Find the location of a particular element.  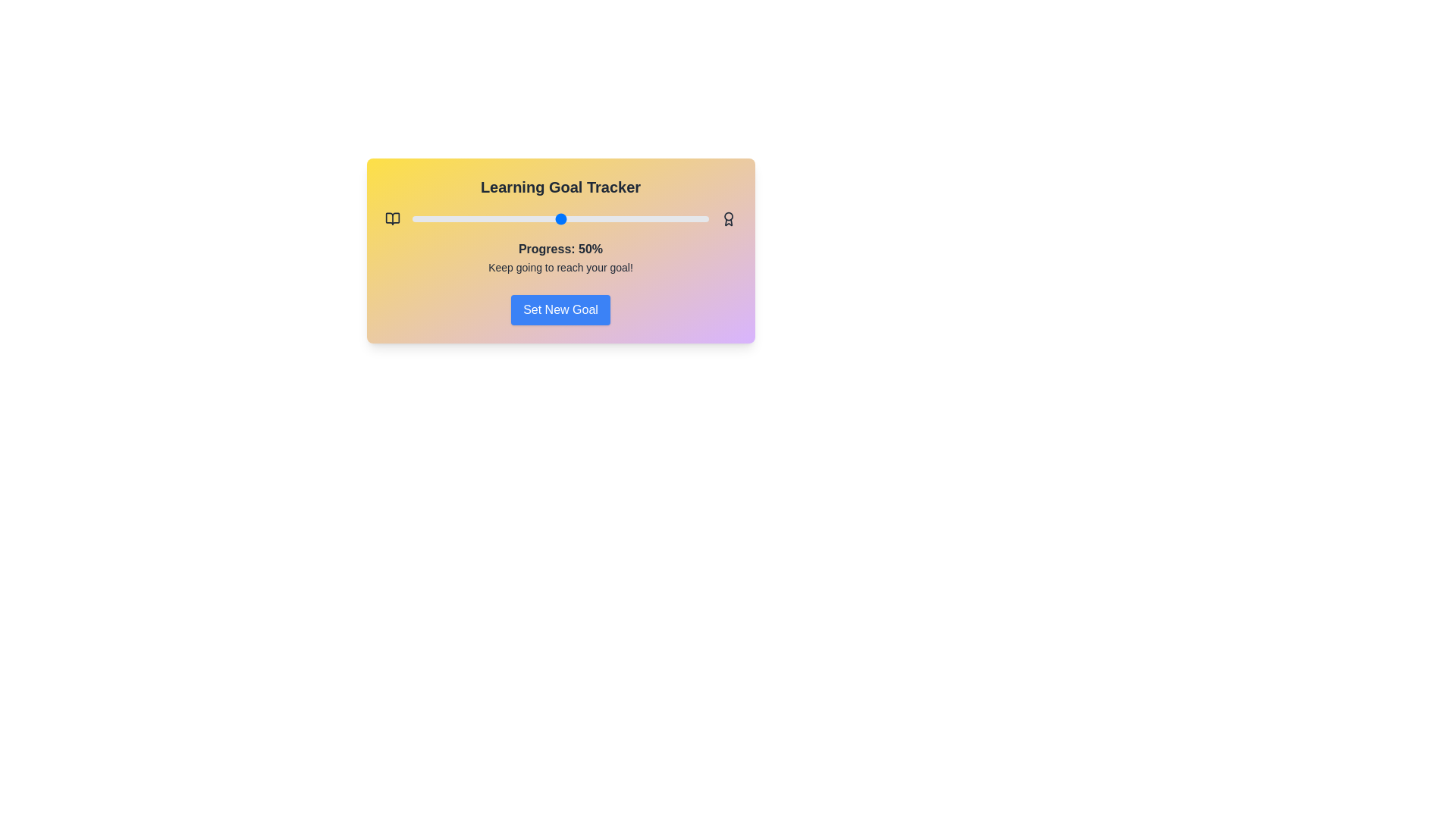

'Set New Goal' button is located at coordinates (560, 309).